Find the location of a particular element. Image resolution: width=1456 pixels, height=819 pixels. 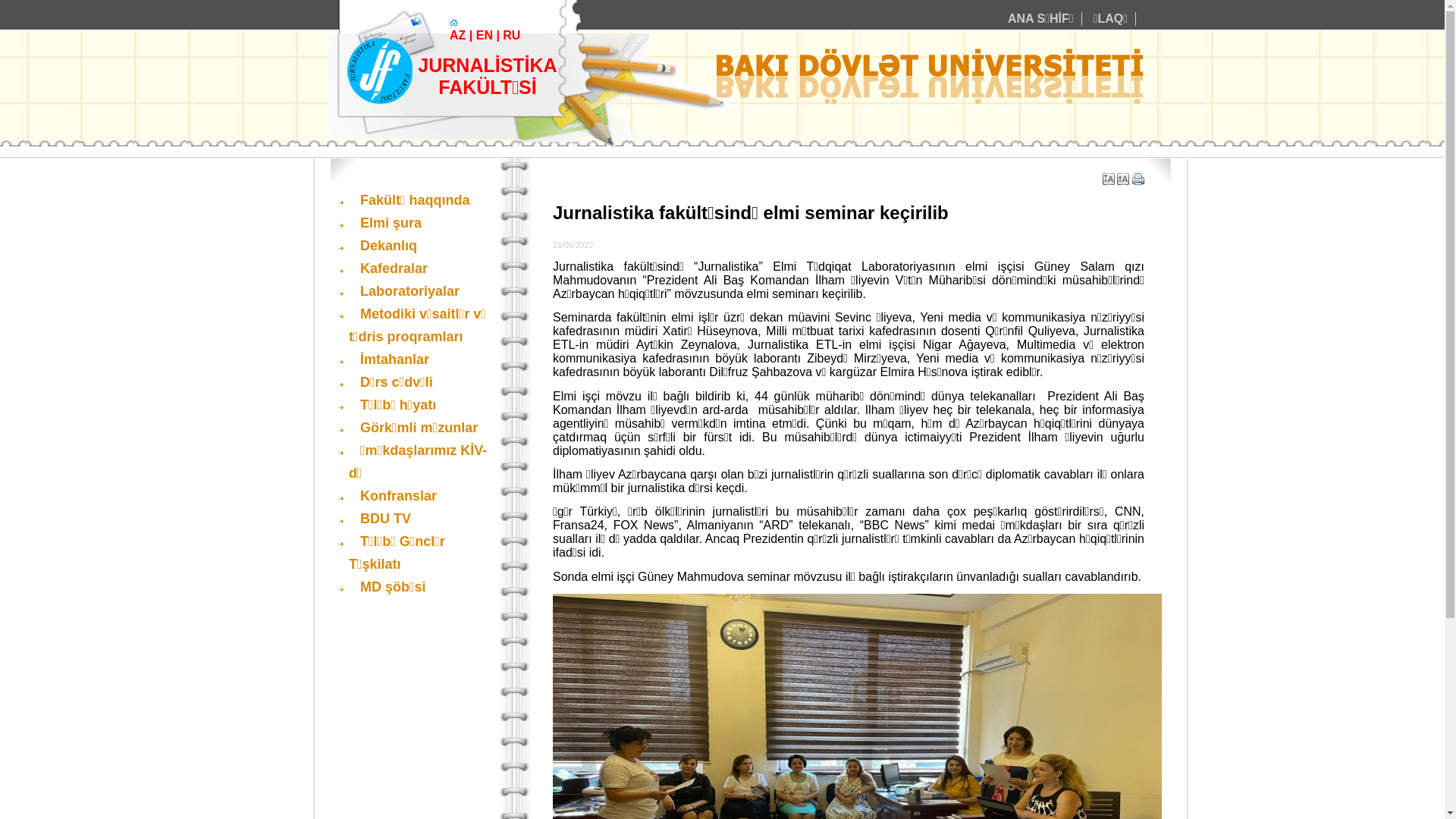

'Laboratoriyalar' is located at coordinates (403, 291).